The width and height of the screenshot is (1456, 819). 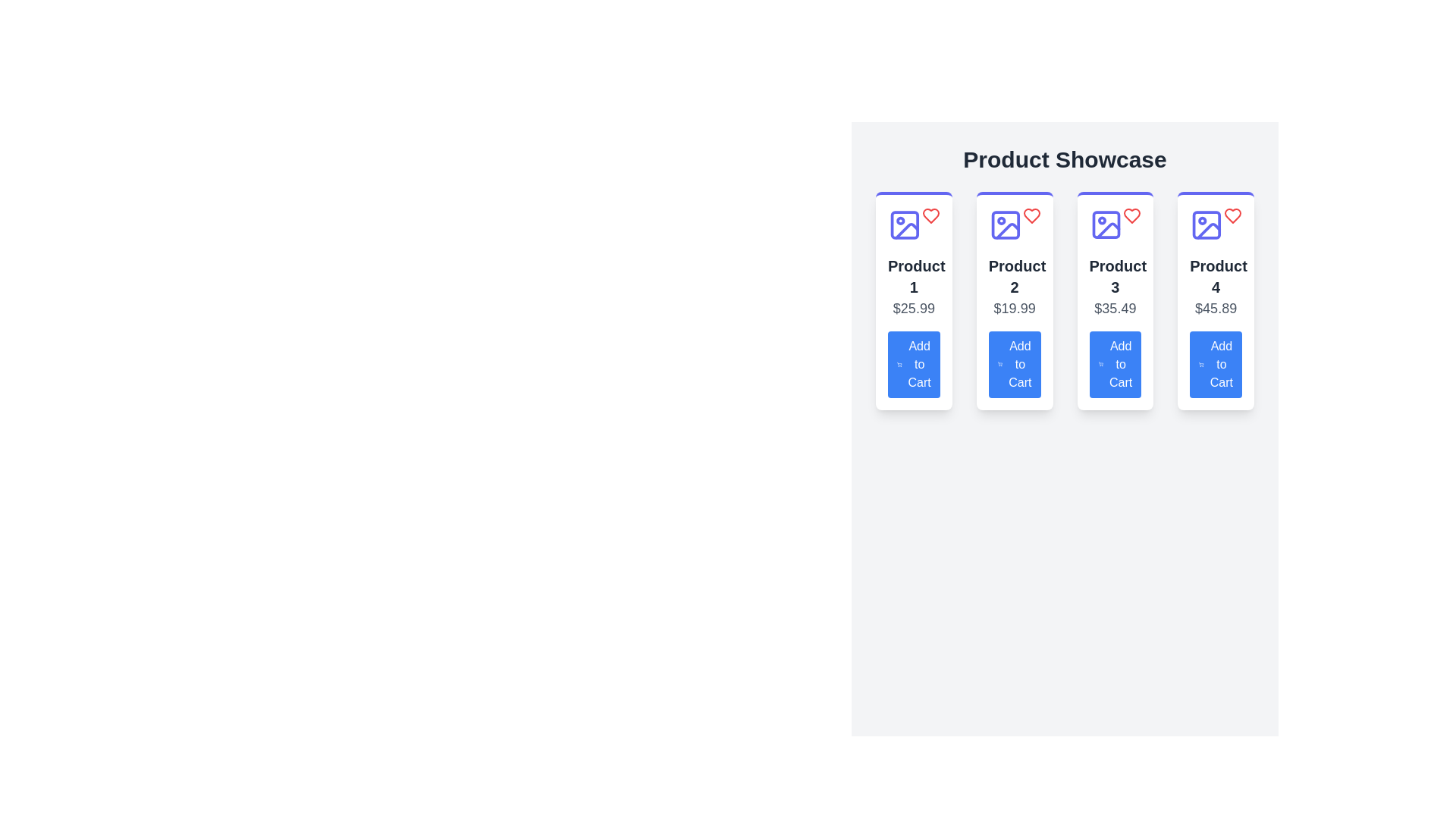 I want to click on the decorative icon located at the top of the second product card from the left, above the product title and price, so click(x=1015, y=225).